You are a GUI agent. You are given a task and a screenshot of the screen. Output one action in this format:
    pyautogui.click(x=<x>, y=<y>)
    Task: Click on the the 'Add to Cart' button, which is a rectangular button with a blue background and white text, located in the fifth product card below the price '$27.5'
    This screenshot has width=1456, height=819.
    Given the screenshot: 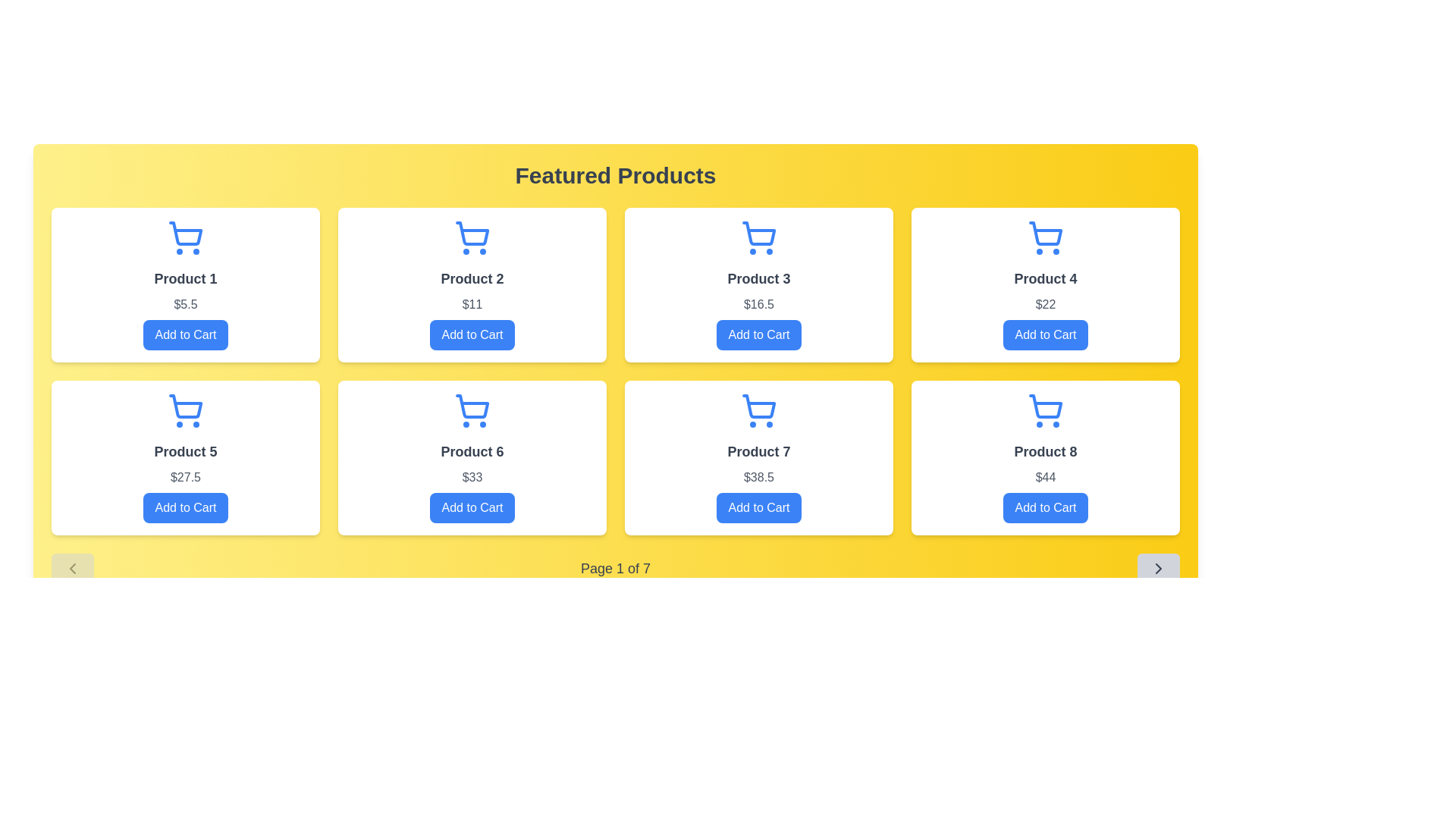 What is the action you would take?
    pyautogui.click(x=184, y=508)
    